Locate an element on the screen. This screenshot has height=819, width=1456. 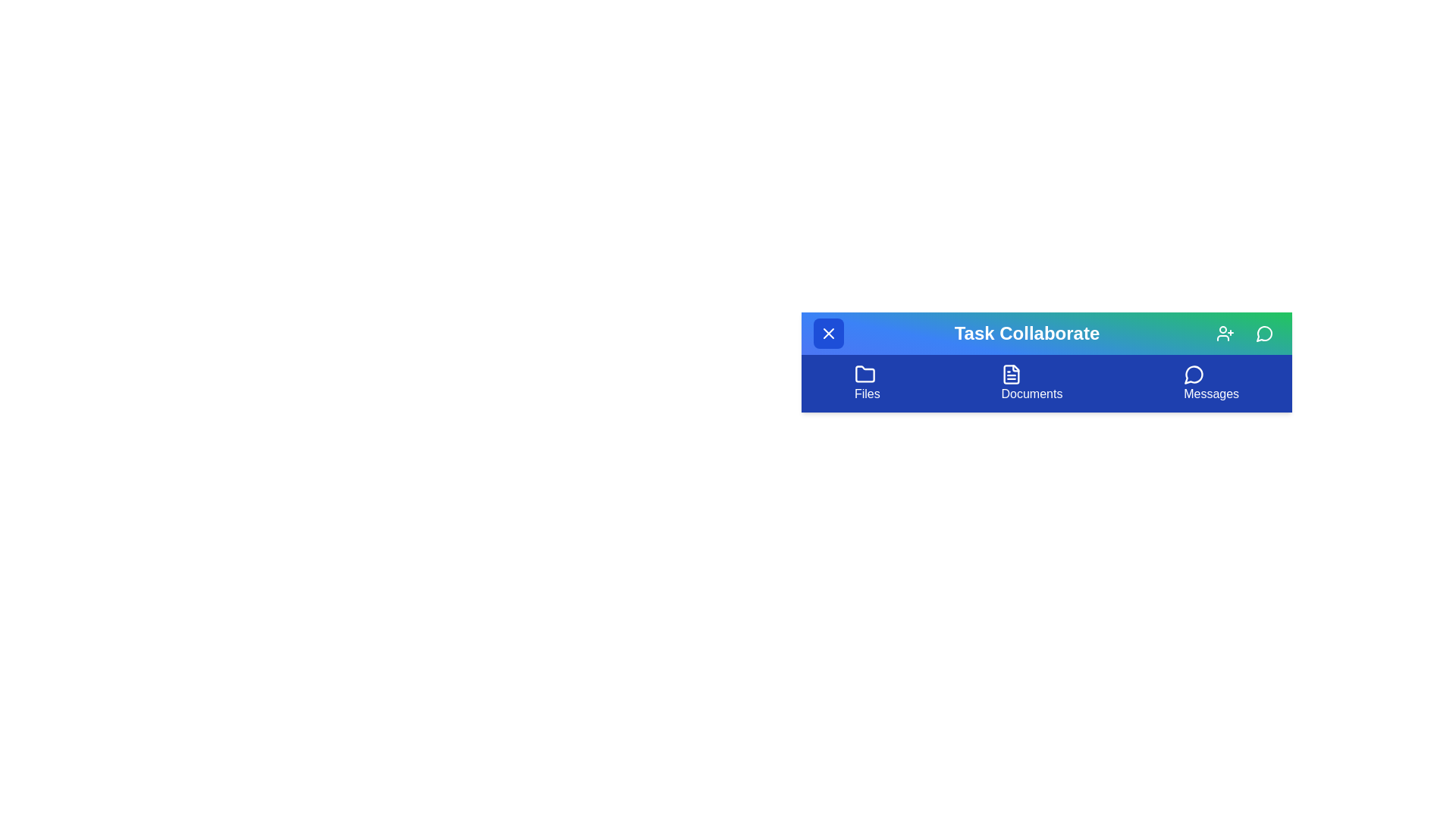
the 'Files' menu item to select it is located at coordinates (867, 382).